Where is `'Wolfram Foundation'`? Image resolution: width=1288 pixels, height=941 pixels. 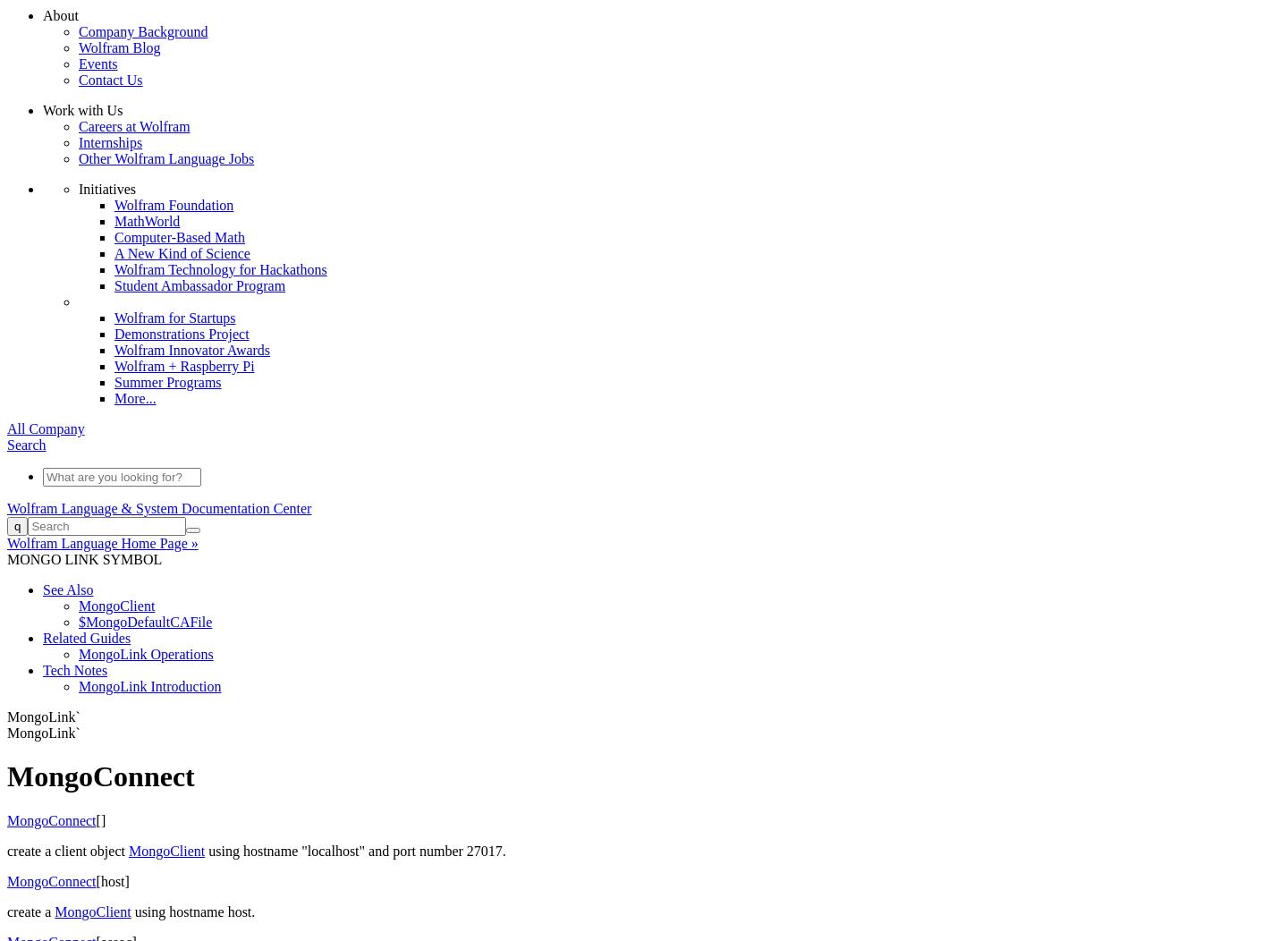 'Wolfram Foundation' is located at coordinates (174, 203).